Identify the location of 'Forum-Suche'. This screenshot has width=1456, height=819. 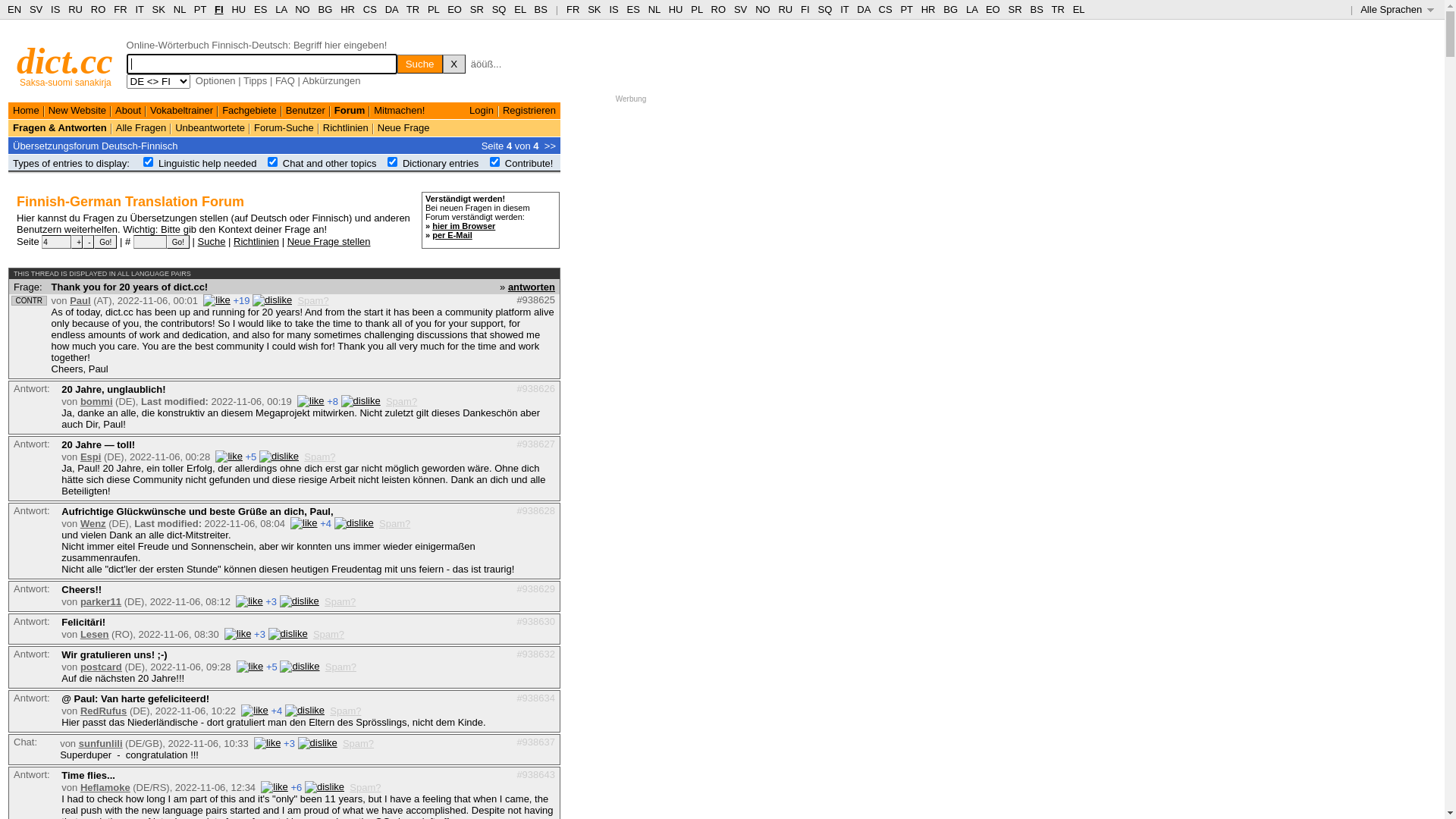
(284, 127).